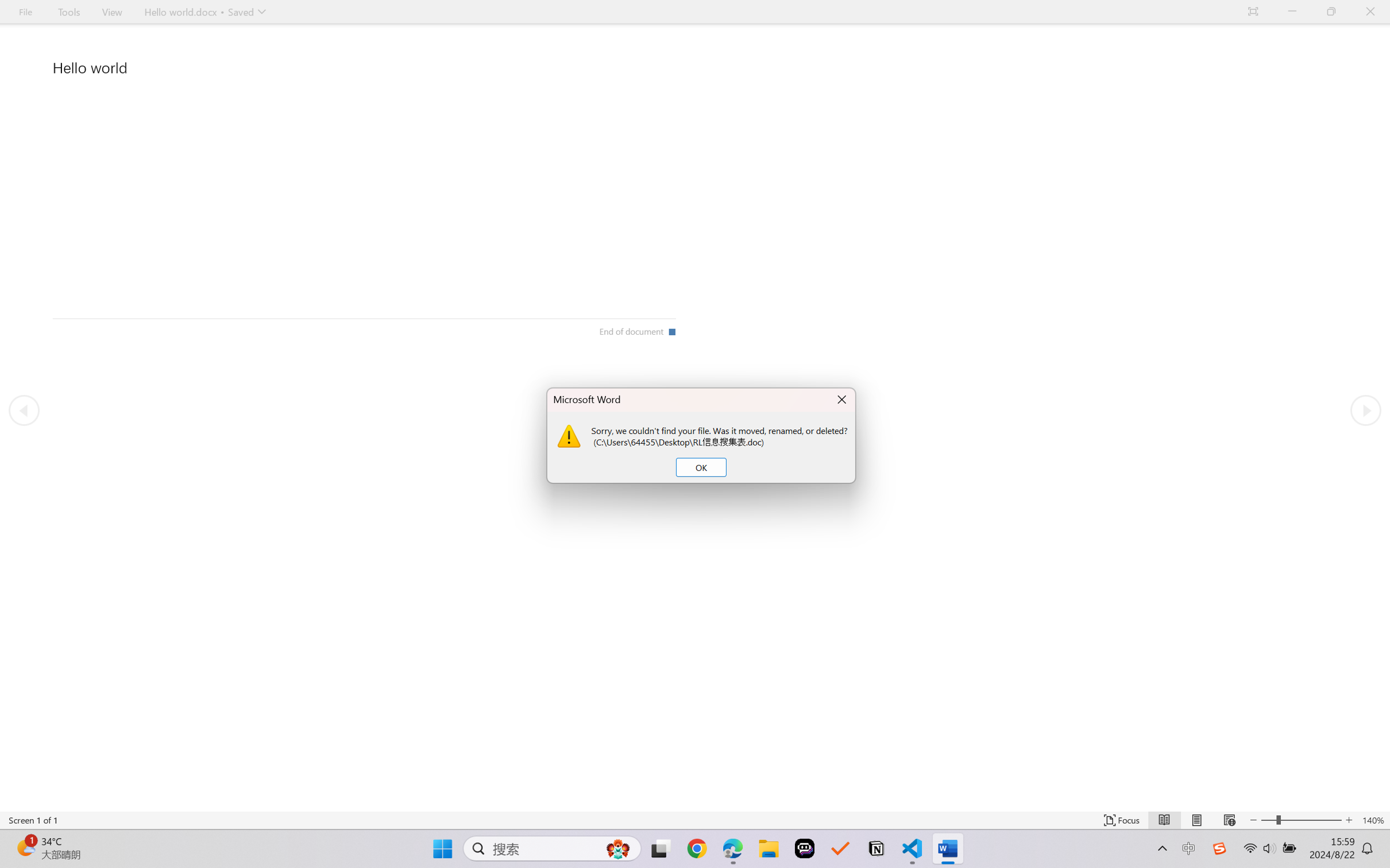 This screenshot has height=868, width=1390. I want to click on 'Increase Text Size', so click(1349, 820).